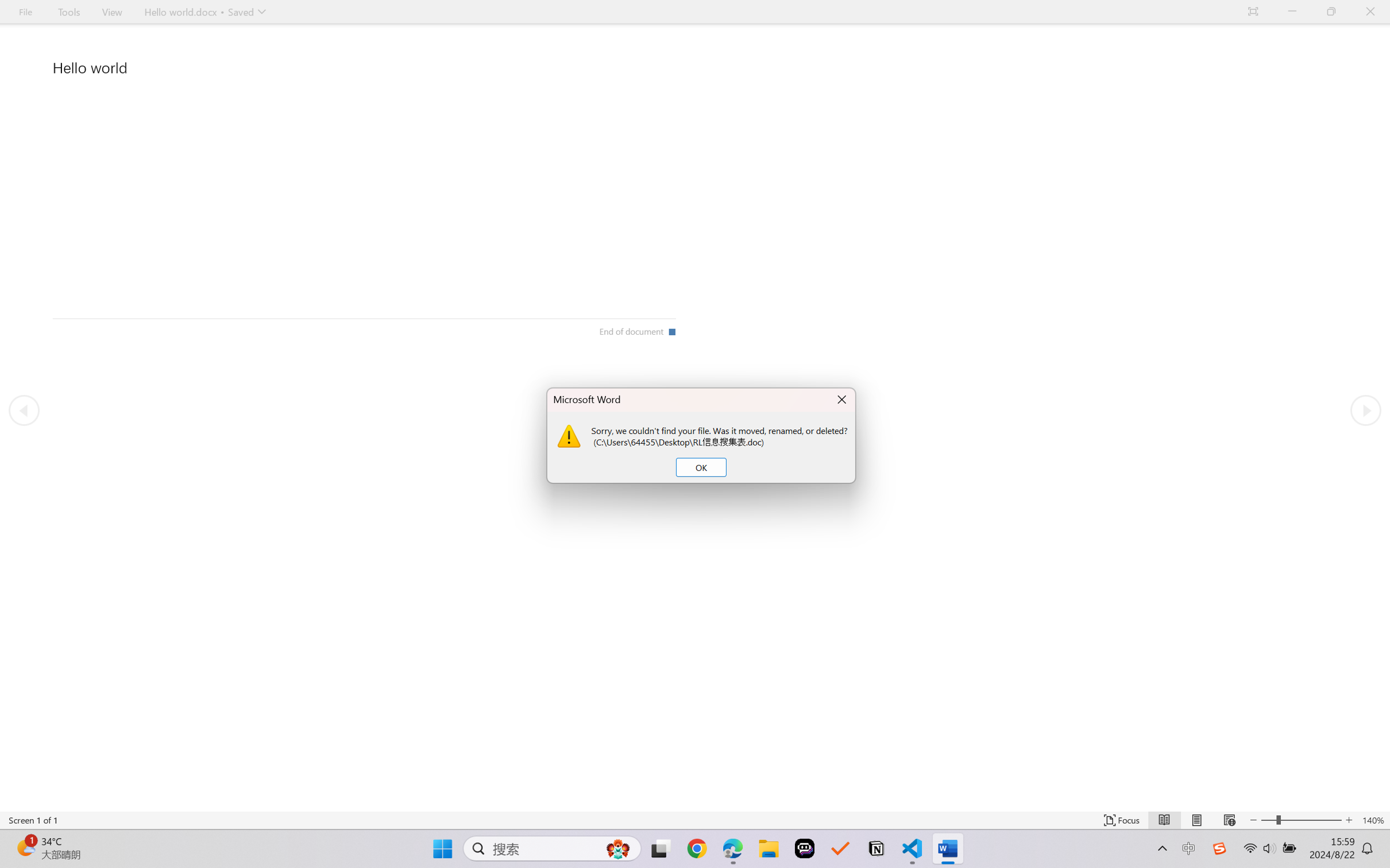 This screenshot has height=868, width=1390. I want to click on 'Increase Text Size', so click(1349, 820).